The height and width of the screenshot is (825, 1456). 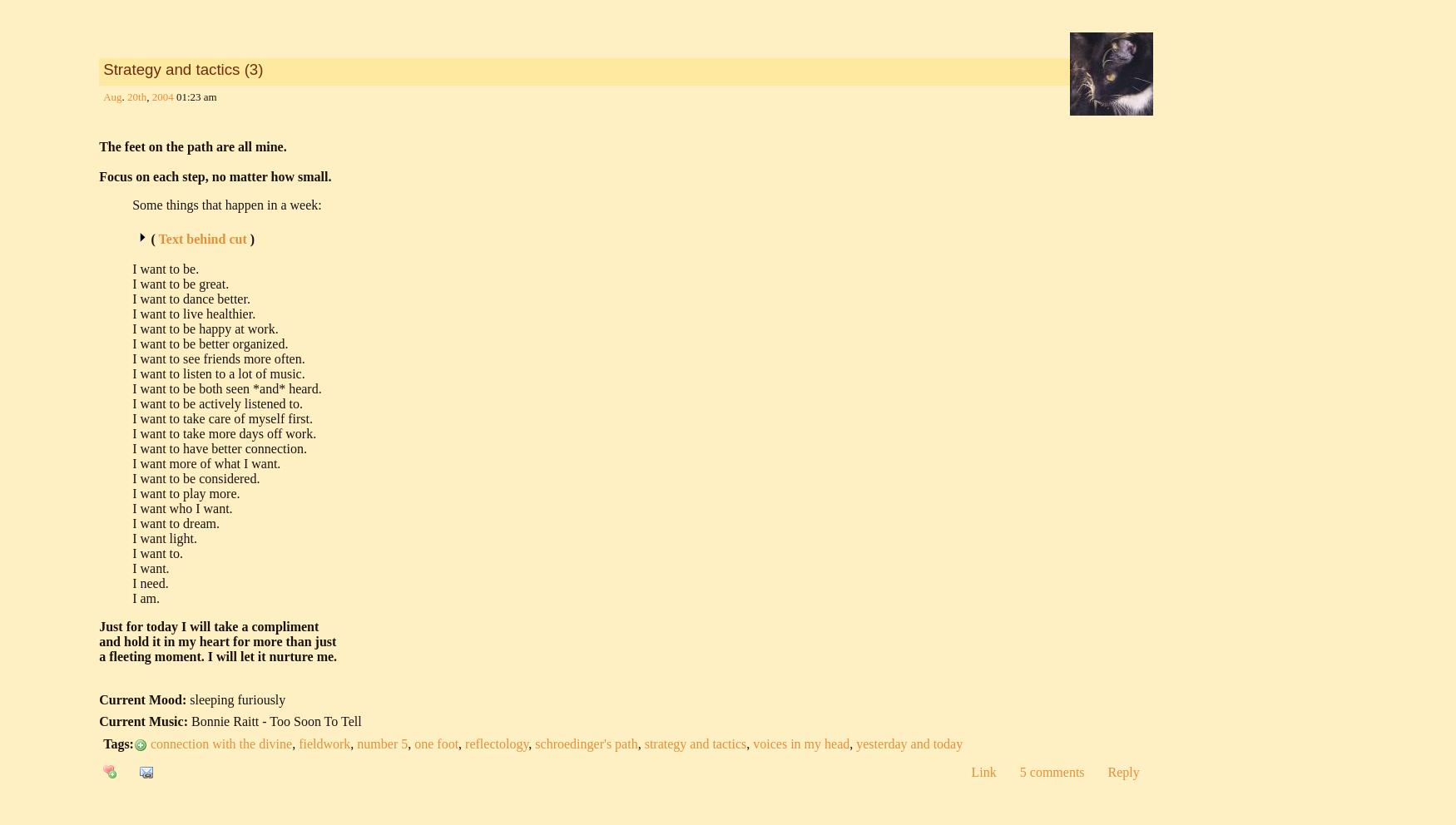 What do you see at coordinates (1122, 771) in the screenshot?
I see `'Reply'` at bounding box center [1122, 771].